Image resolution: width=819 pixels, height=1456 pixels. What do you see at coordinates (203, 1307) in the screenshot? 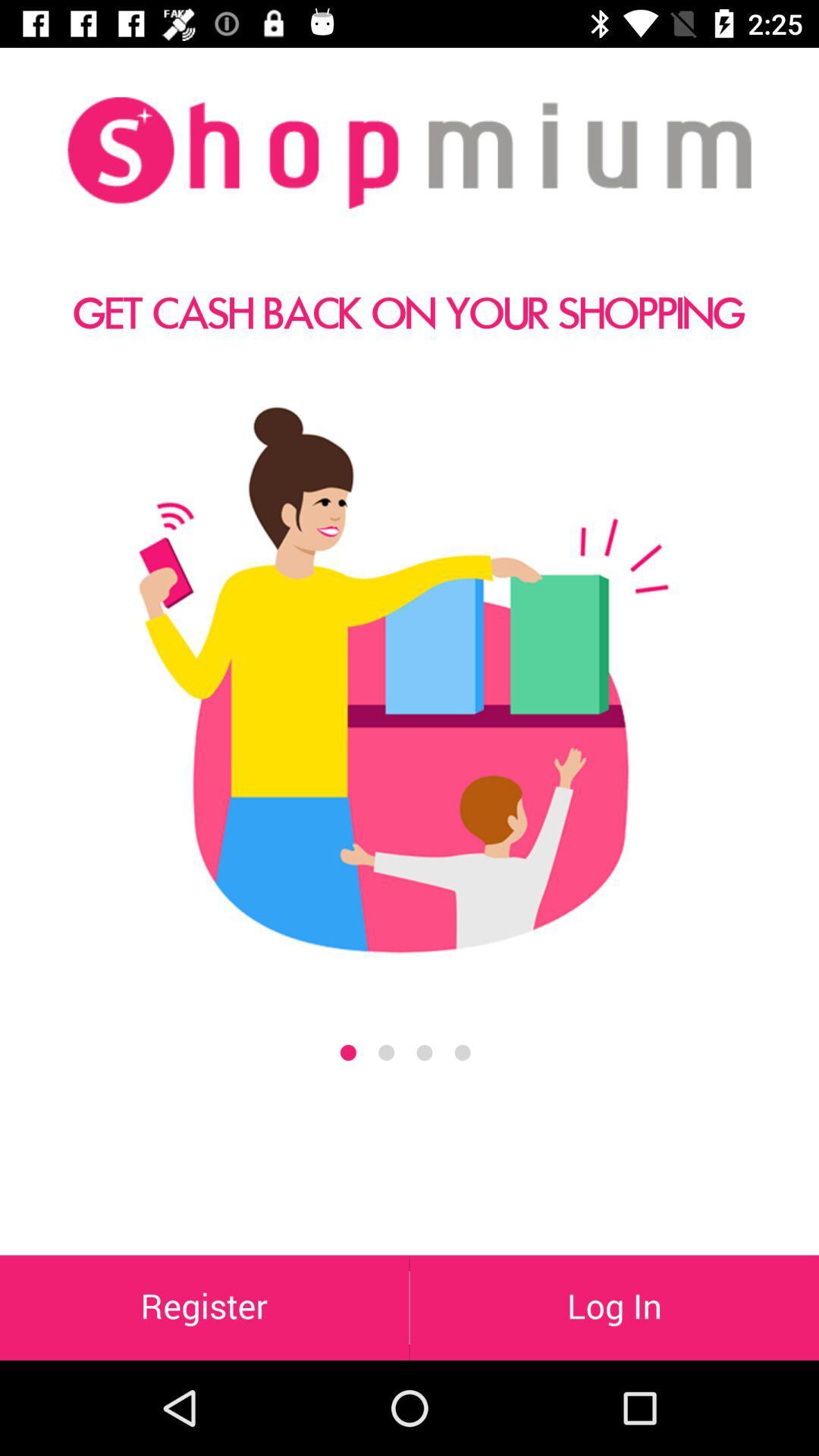
I see `the item at the bottom left corner` at bounding box center [203, 1307].